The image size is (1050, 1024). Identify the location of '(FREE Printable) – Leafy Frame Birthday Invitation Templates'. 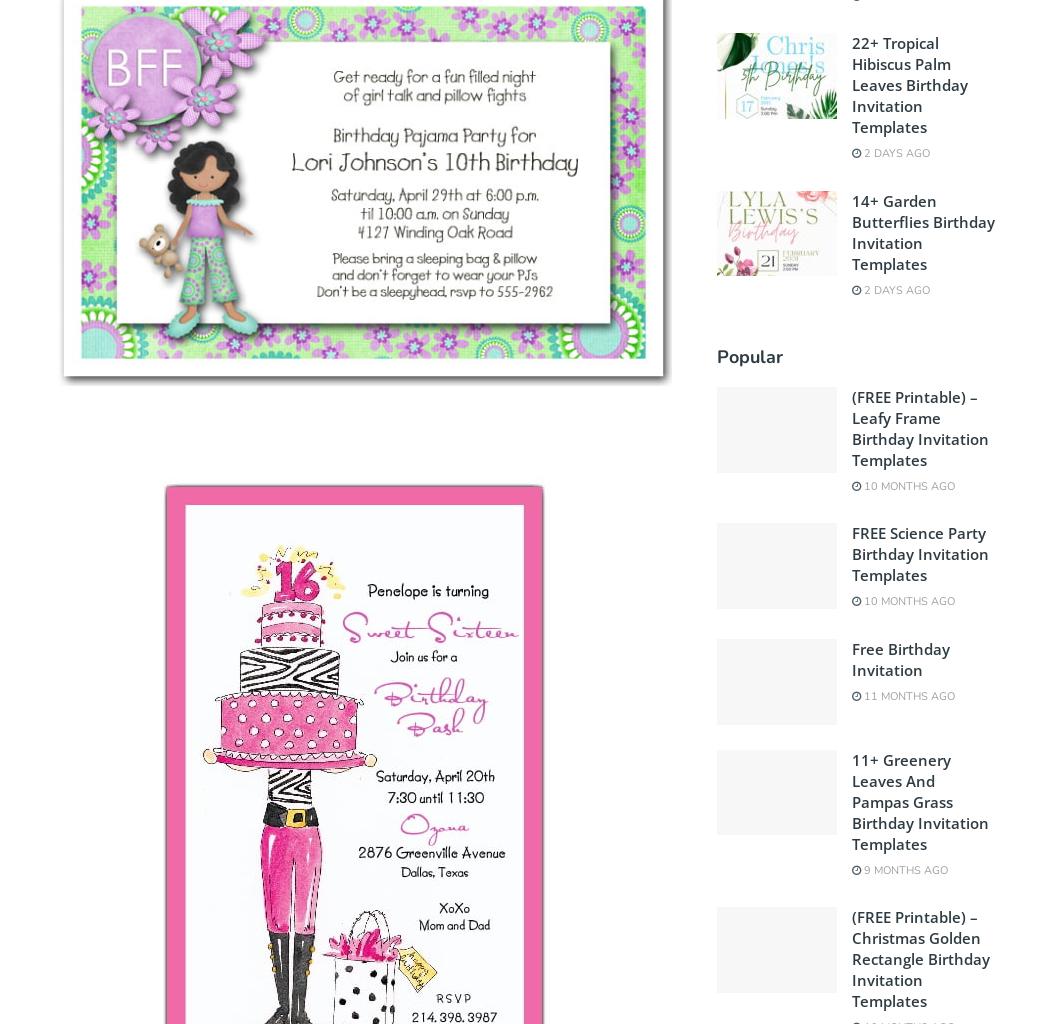
(919, 428).